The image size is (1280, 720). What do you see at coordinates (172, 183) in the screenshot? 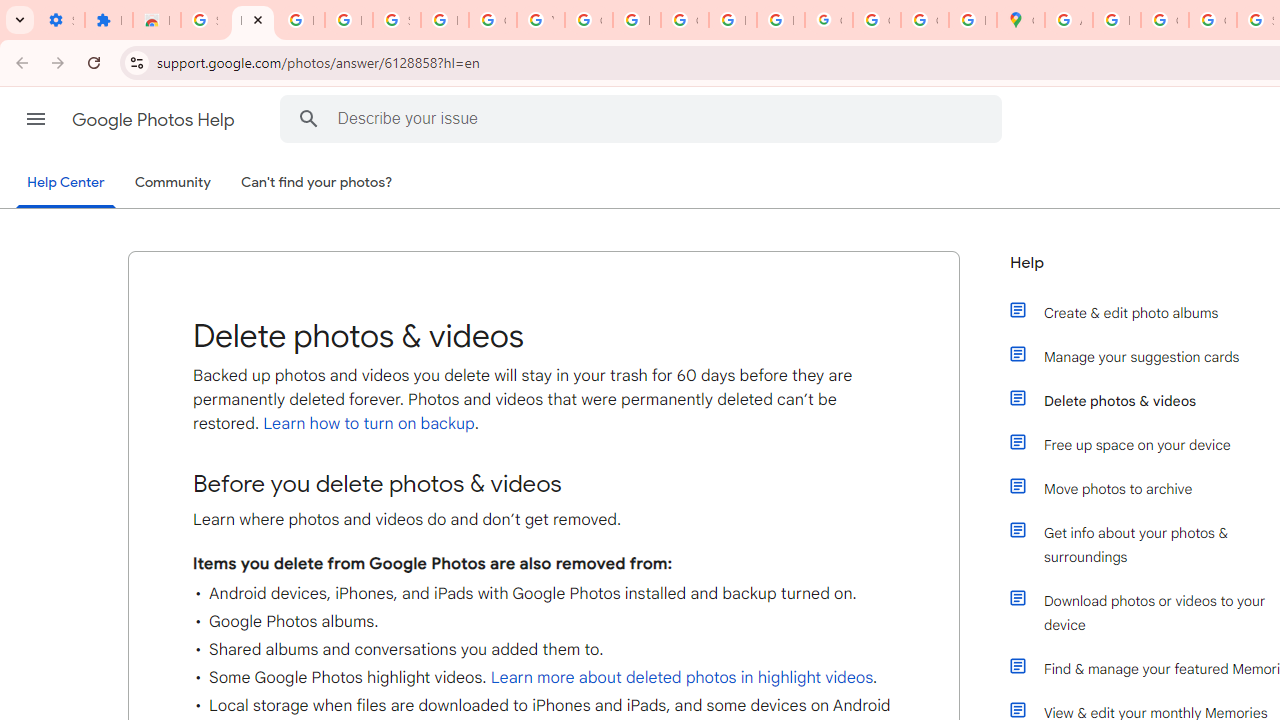
I see `'Community'` at bounding box center [172, 183].